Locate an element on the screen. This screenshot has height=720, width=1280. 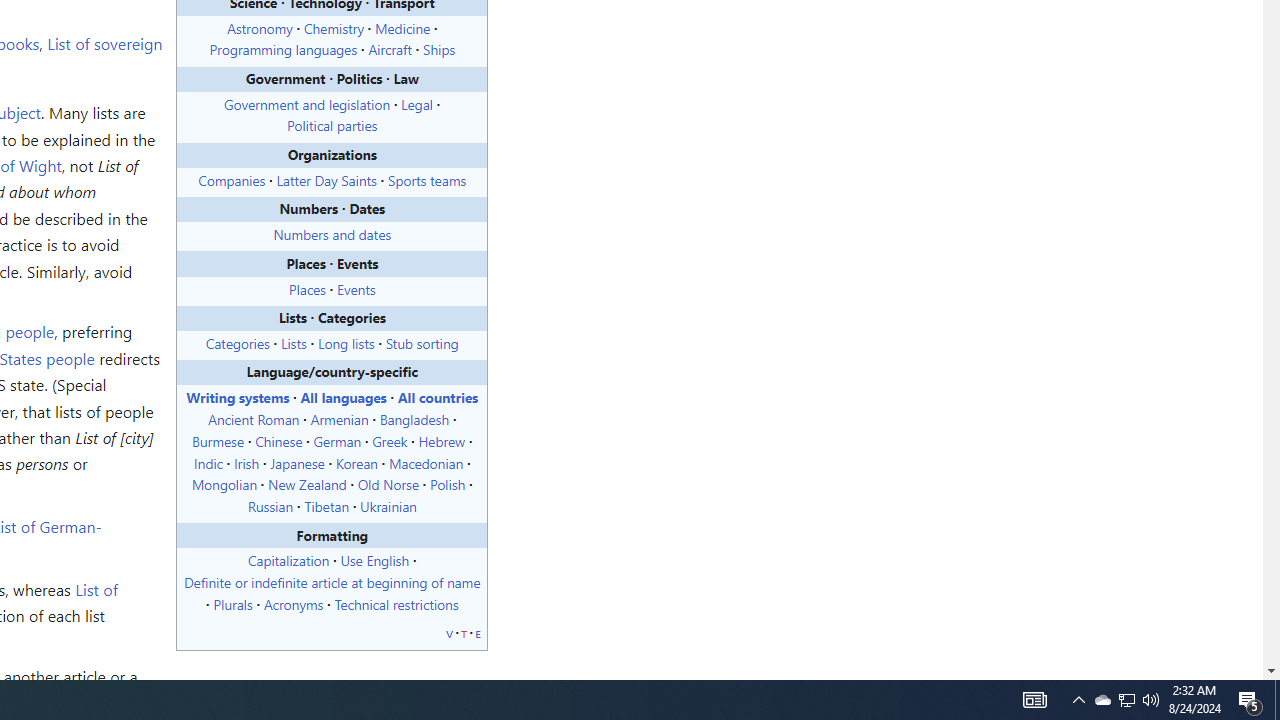
'Definite or indefinite article at beginning of name' is located at coordinates (332, 582).